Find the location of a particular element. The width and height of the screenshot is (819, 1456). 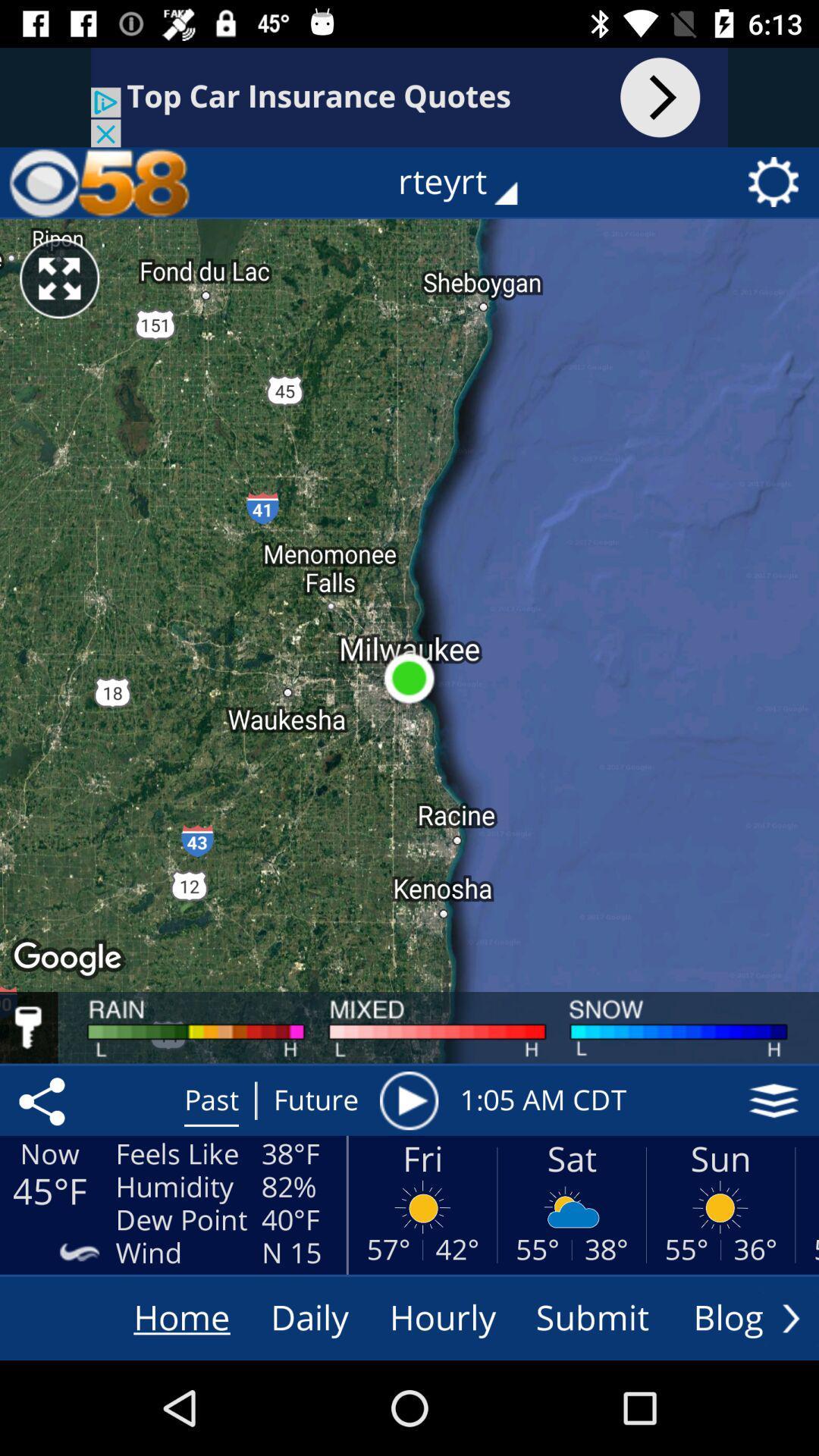

more options hamburger button is located at coordinates (773, 1100).